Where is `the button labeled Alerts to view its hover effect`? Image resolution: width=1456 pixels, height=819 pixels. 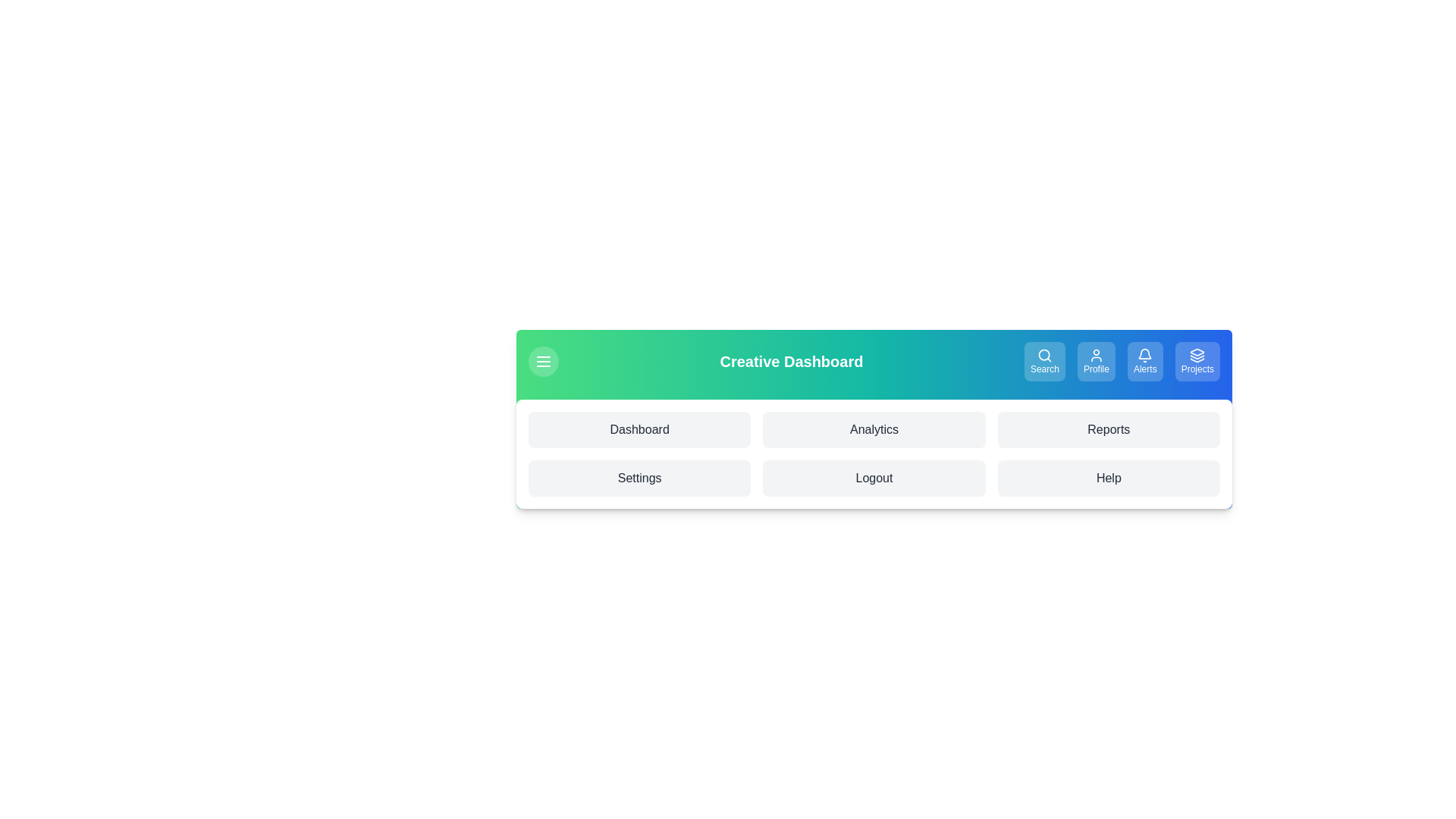
the button labeled Alerts to view its hover effect is located at coordinates (1145, 362).